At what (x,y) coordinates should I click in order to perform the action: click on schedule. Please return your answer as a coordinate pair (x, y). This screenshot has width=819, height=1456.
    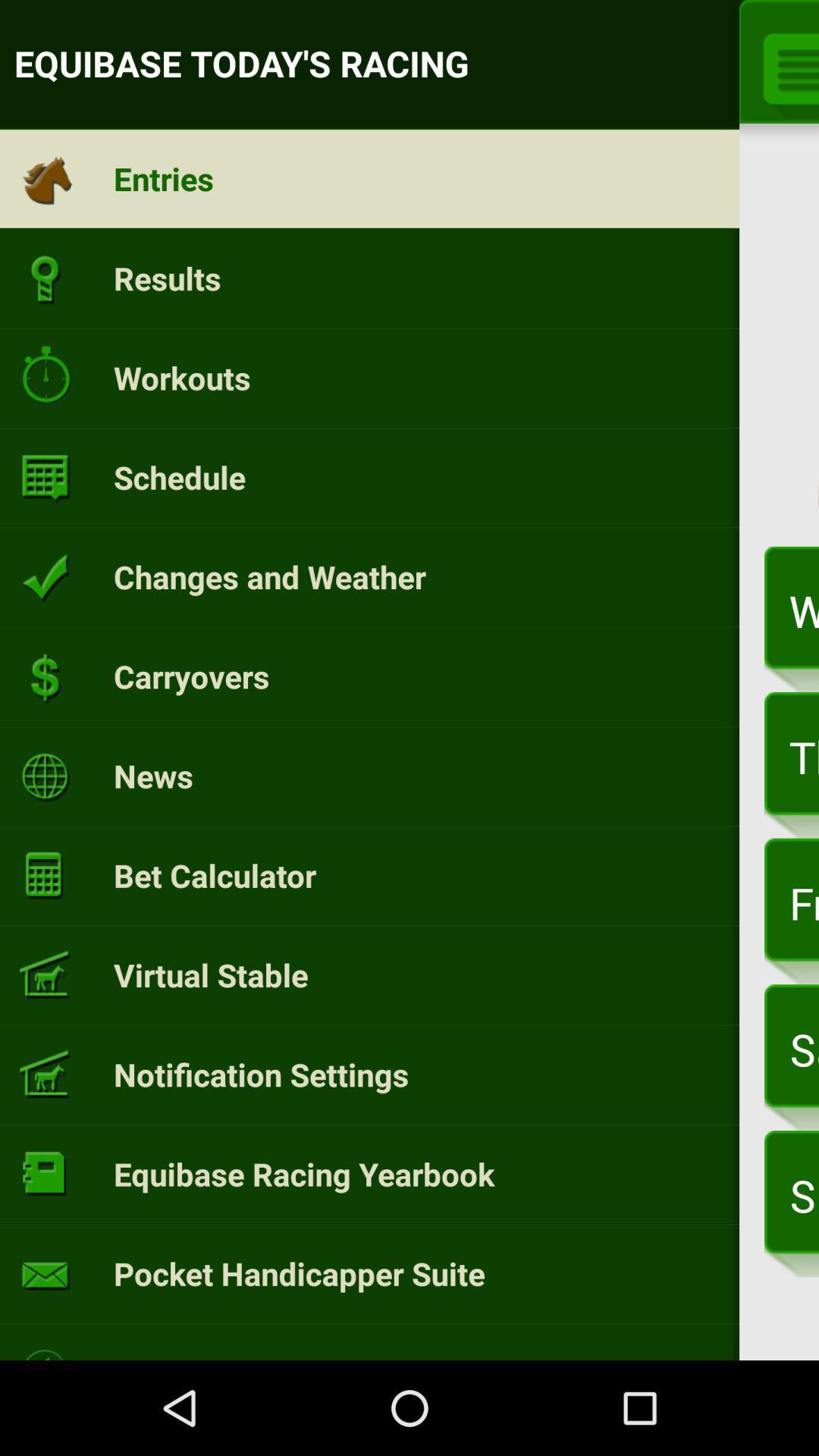
    Looking at the image, I should click on (178, 476).